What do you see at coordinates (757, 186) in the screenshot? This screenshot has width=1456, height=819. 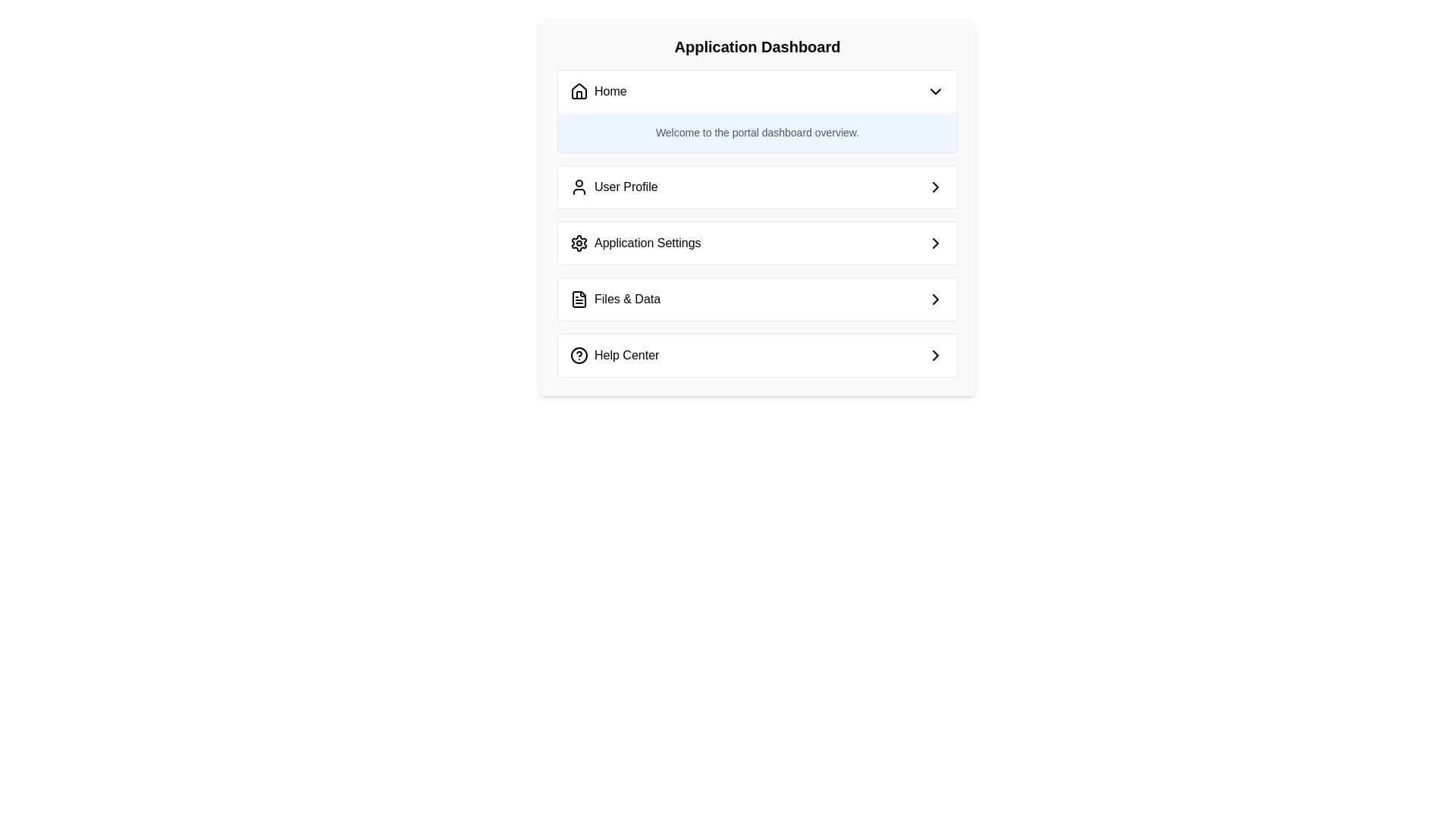 I see `the 'User Profile' button, which is the second item in the vertical list below 'Application Dashboard' and above 'Application Settings'` at bounding box center [757, 186].